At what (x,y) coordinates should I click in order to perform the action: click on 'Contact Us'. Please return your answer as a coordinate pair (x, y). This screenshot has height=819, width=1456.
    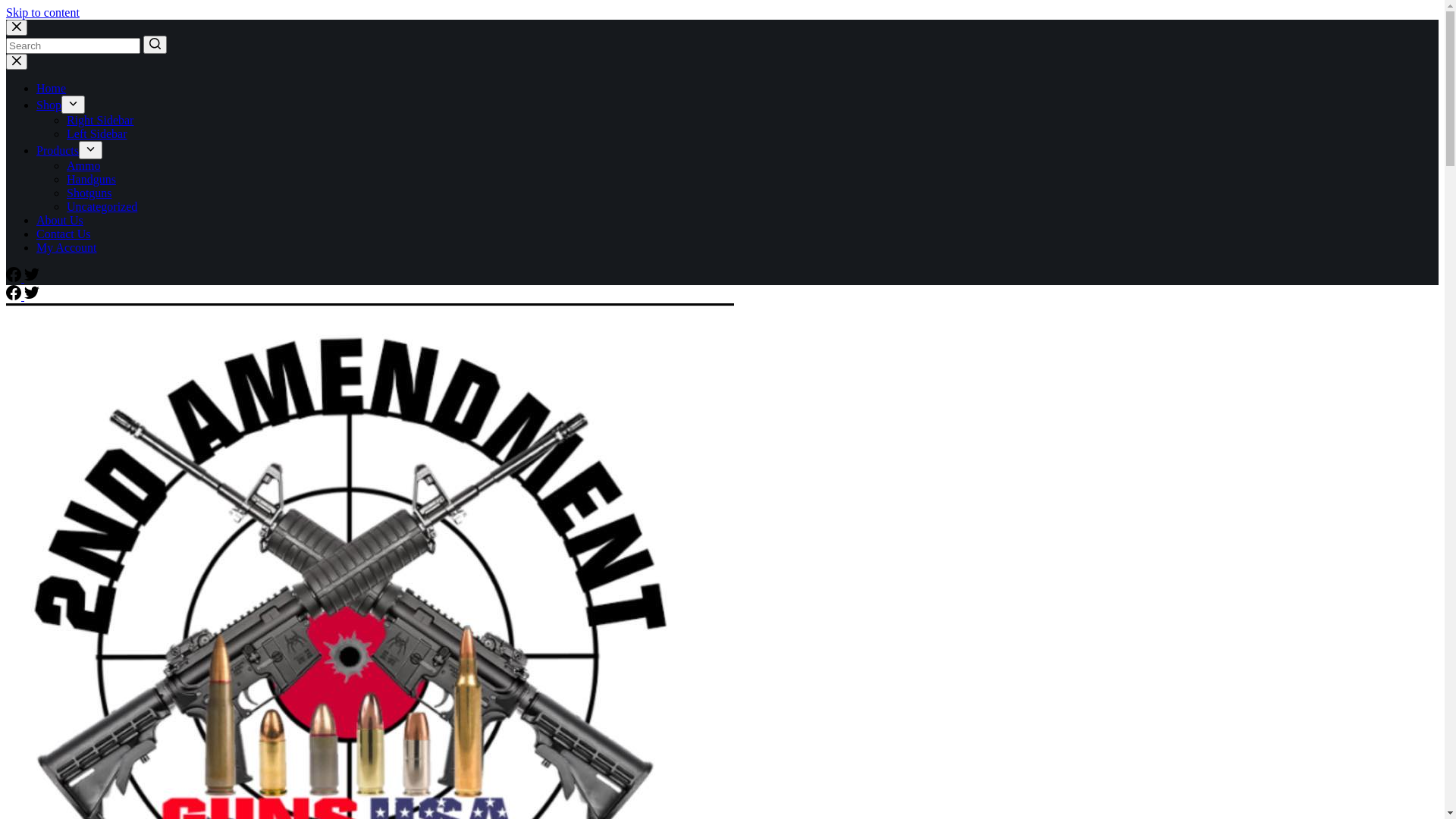
    Looking at the image, I should click on (62, 234).